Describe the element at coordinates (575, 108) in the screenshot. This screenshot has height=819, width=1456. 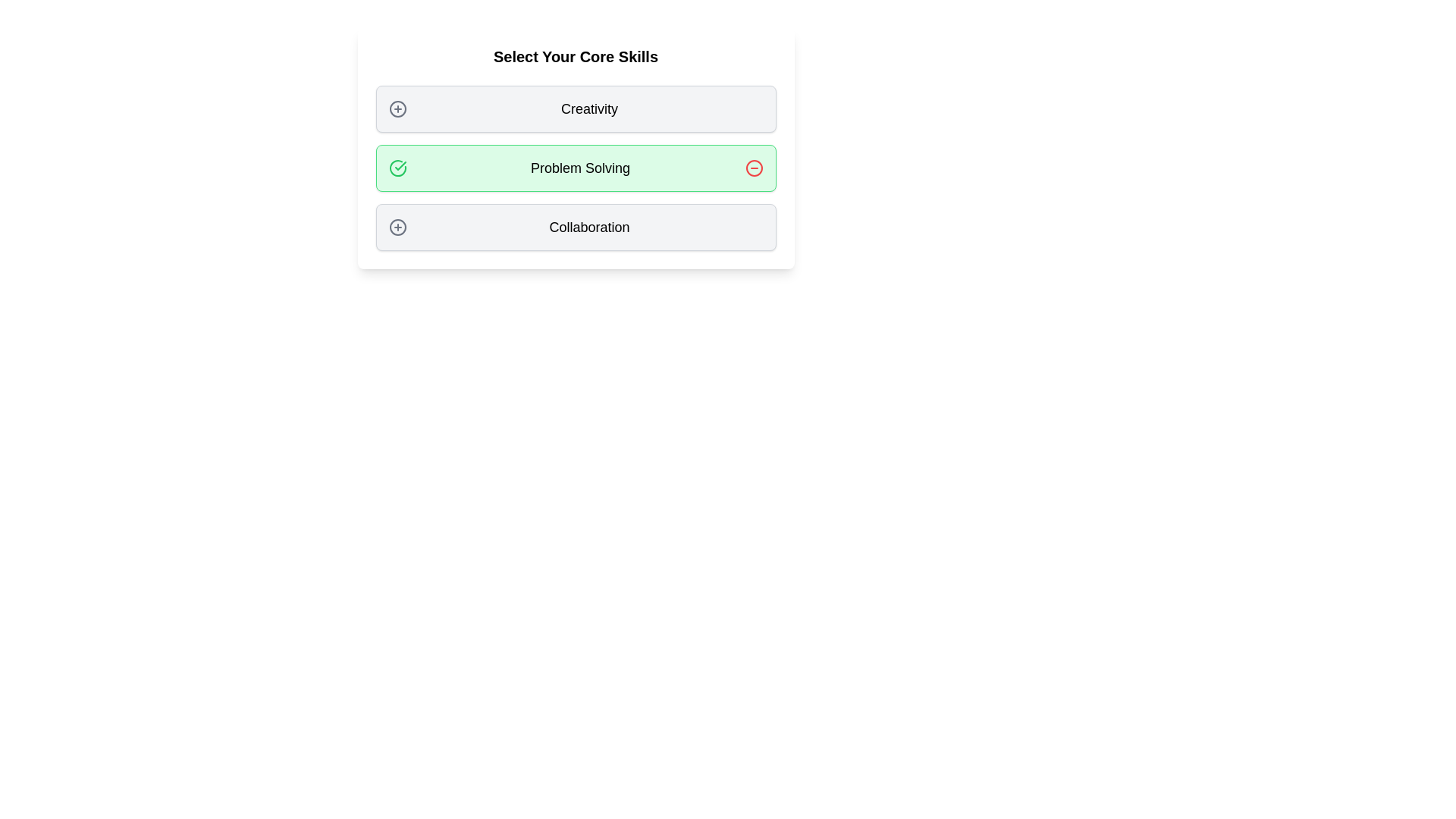
I see `the tag Creativity to toggle its selection state` at that location.